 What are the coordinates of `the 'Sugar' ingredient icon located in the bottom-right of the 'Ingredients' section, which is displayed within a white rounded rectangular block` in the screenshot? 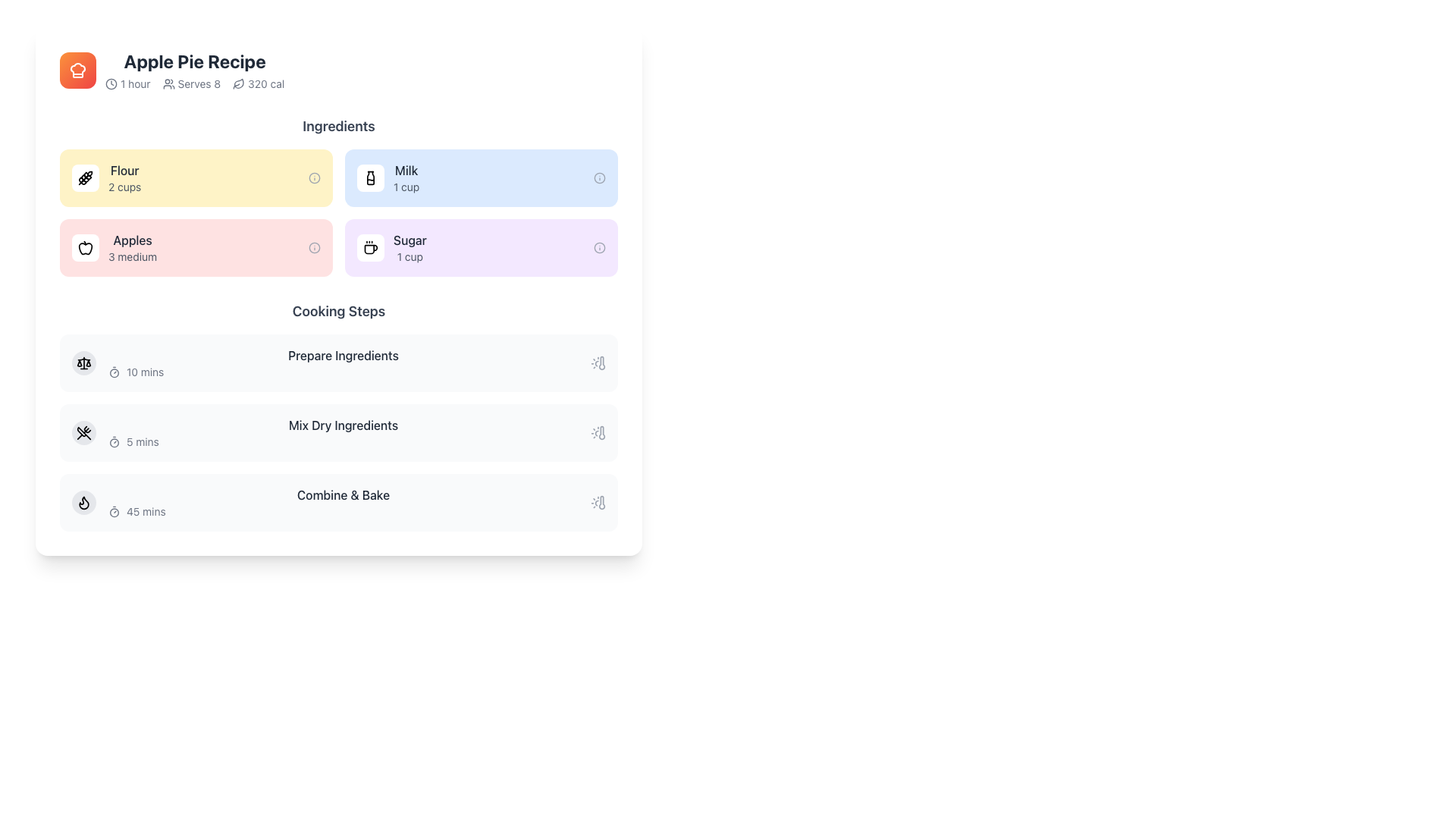 It's located at (371, 247).